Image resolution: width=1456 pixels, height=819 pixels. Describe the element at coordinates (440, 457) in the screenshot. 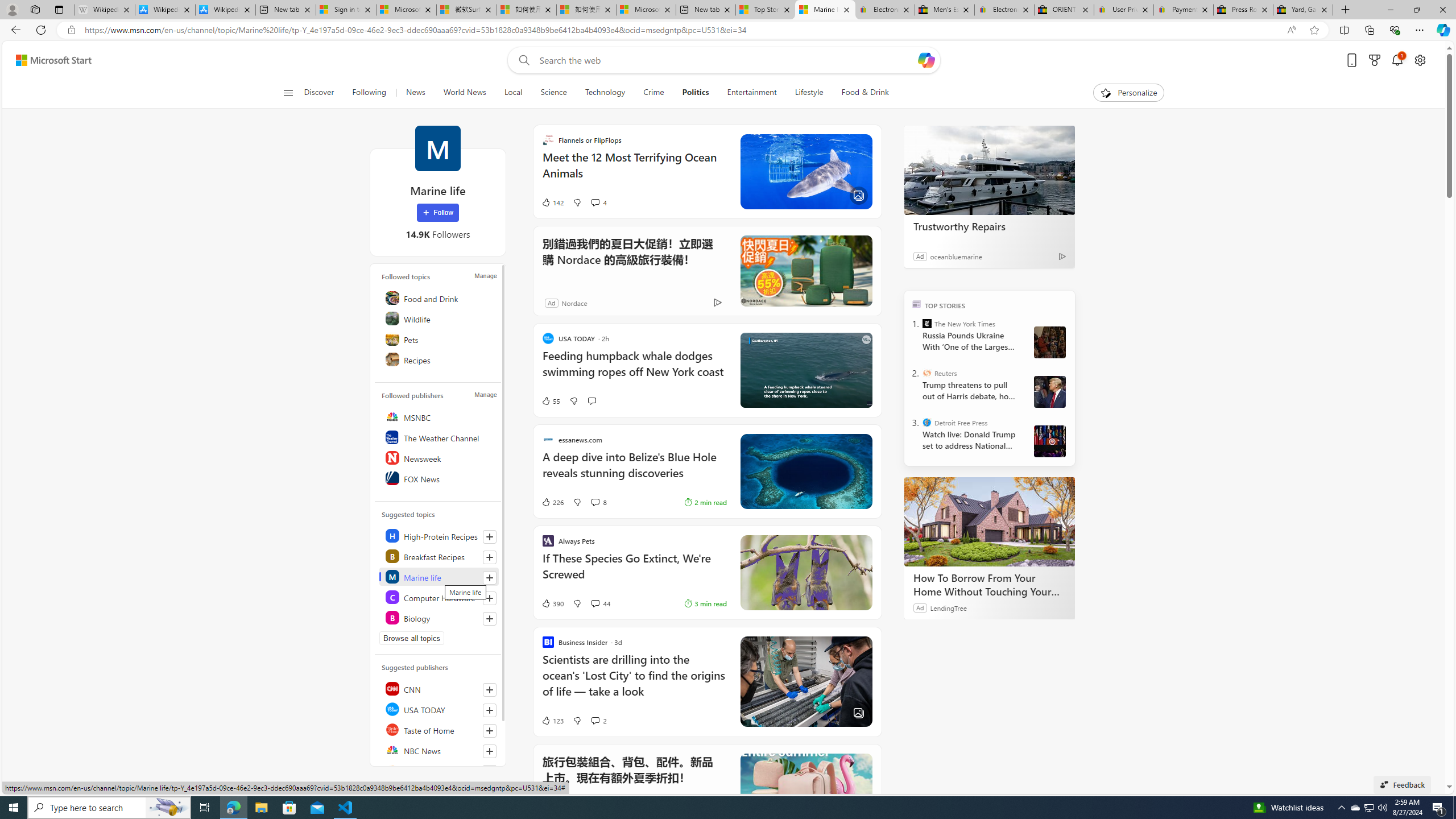

I see `'Newsweek'` at that location.